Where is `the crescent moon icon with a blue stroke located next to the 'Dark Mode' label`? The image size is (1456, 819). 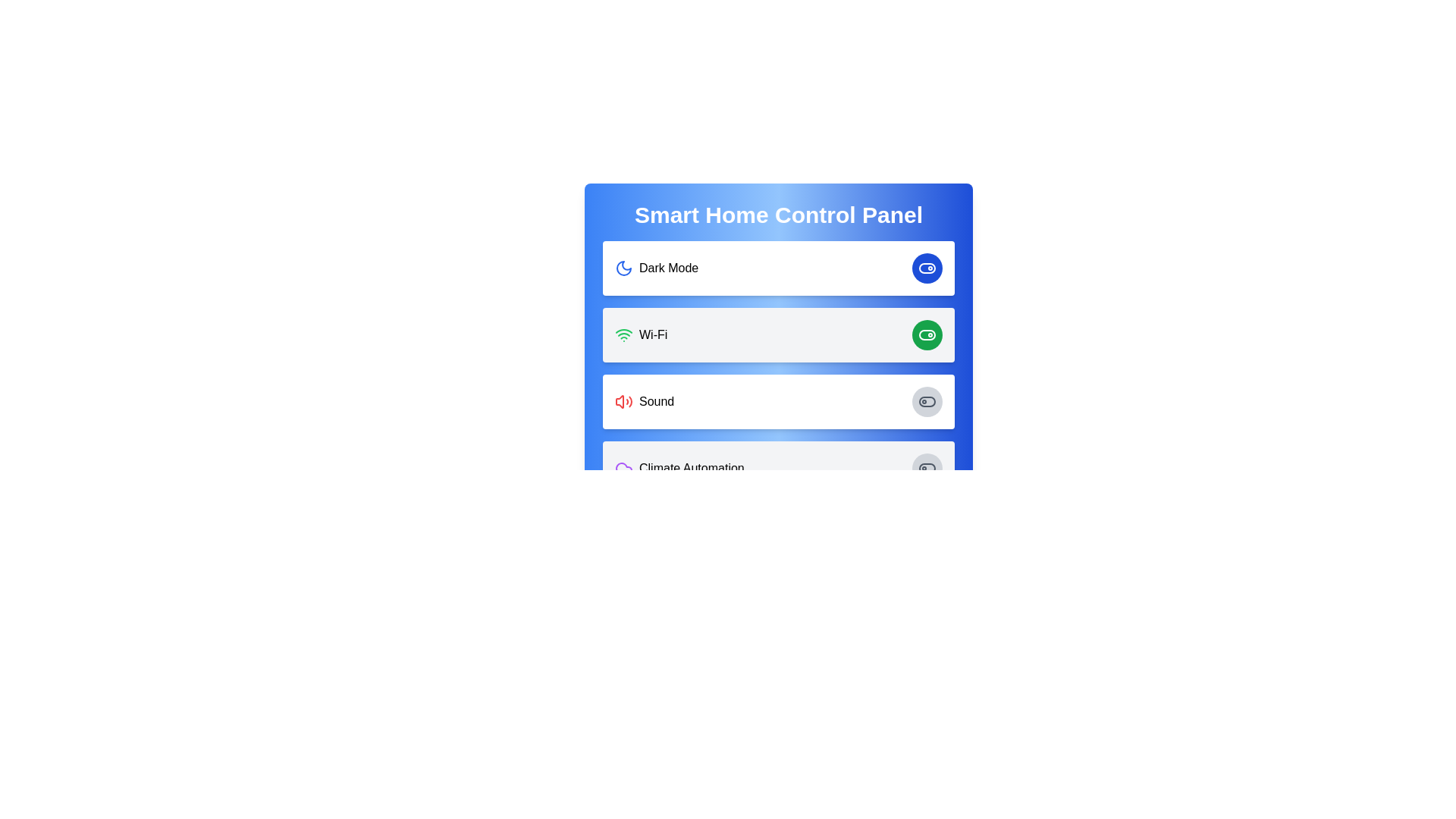 the crescent moon icon with a blue stroke located next to the 'Dark Mode' label is located at coordinates (623, 268).